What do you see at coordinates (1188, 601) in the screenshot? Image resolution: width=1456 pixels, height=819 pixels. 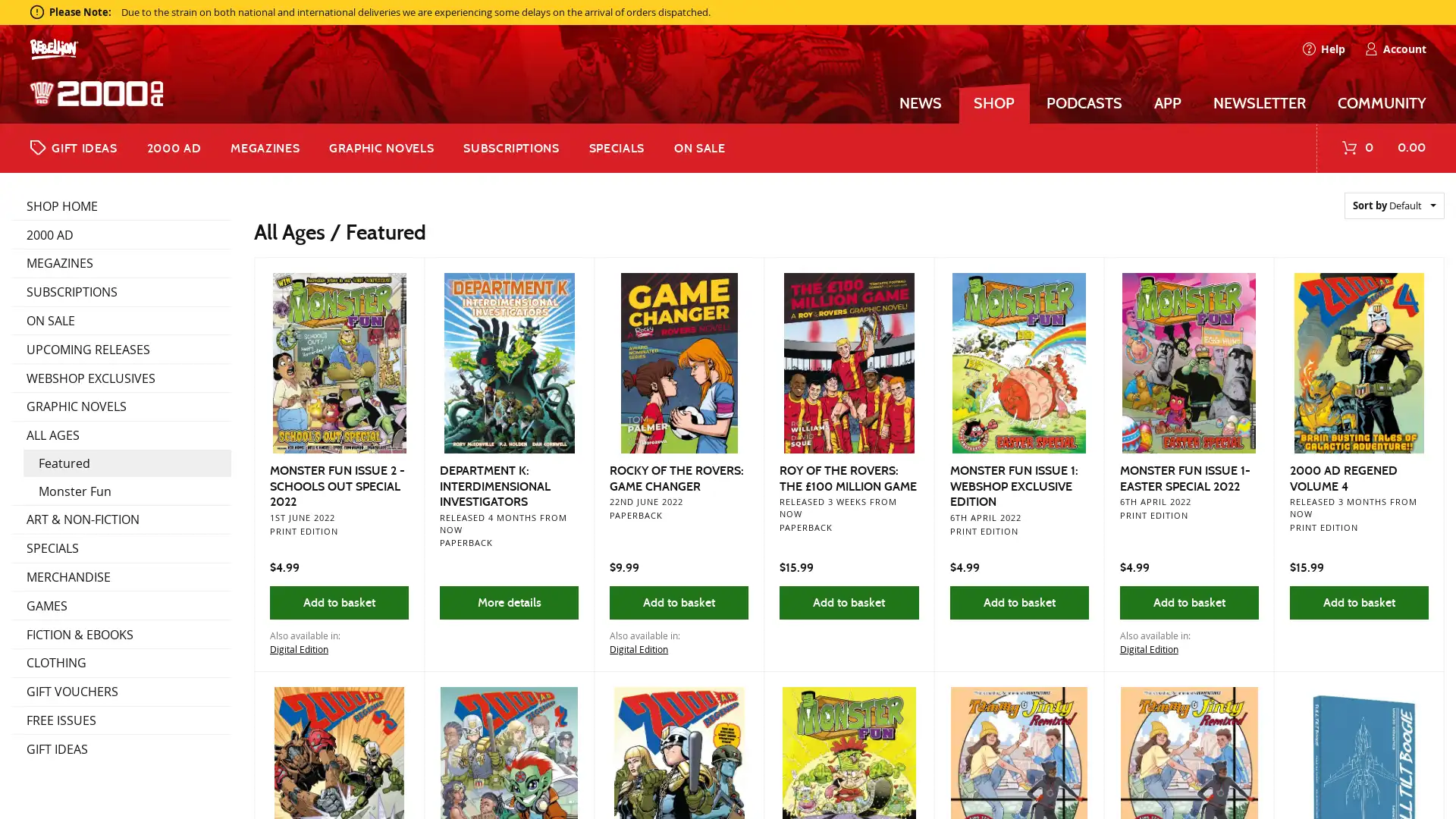 I see `Add to basket` at bounding box center [1188, 601].